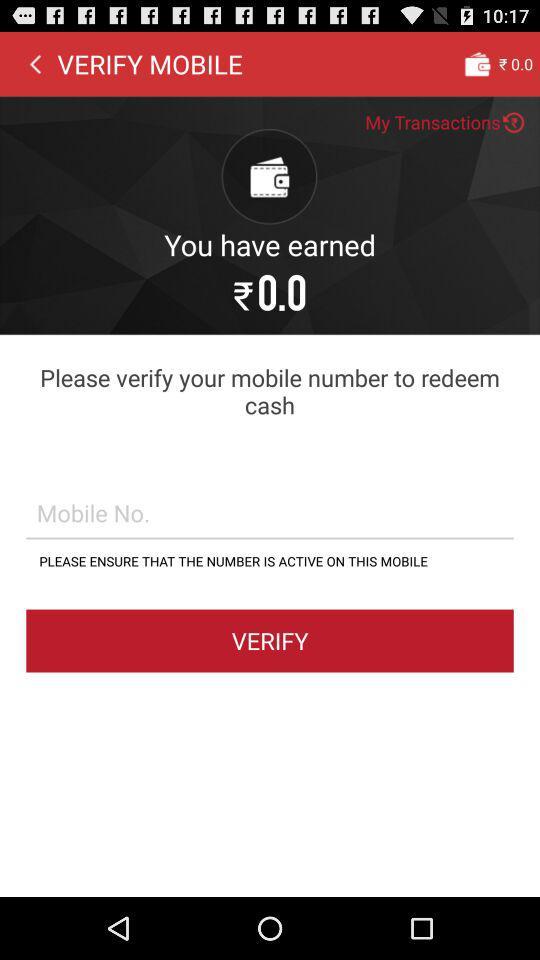 The image size is (540, 960). What do you see at coordinates (35, 68) in the screenshot?
I see `the arrow_backward icon` at bounding box center [35, 68].